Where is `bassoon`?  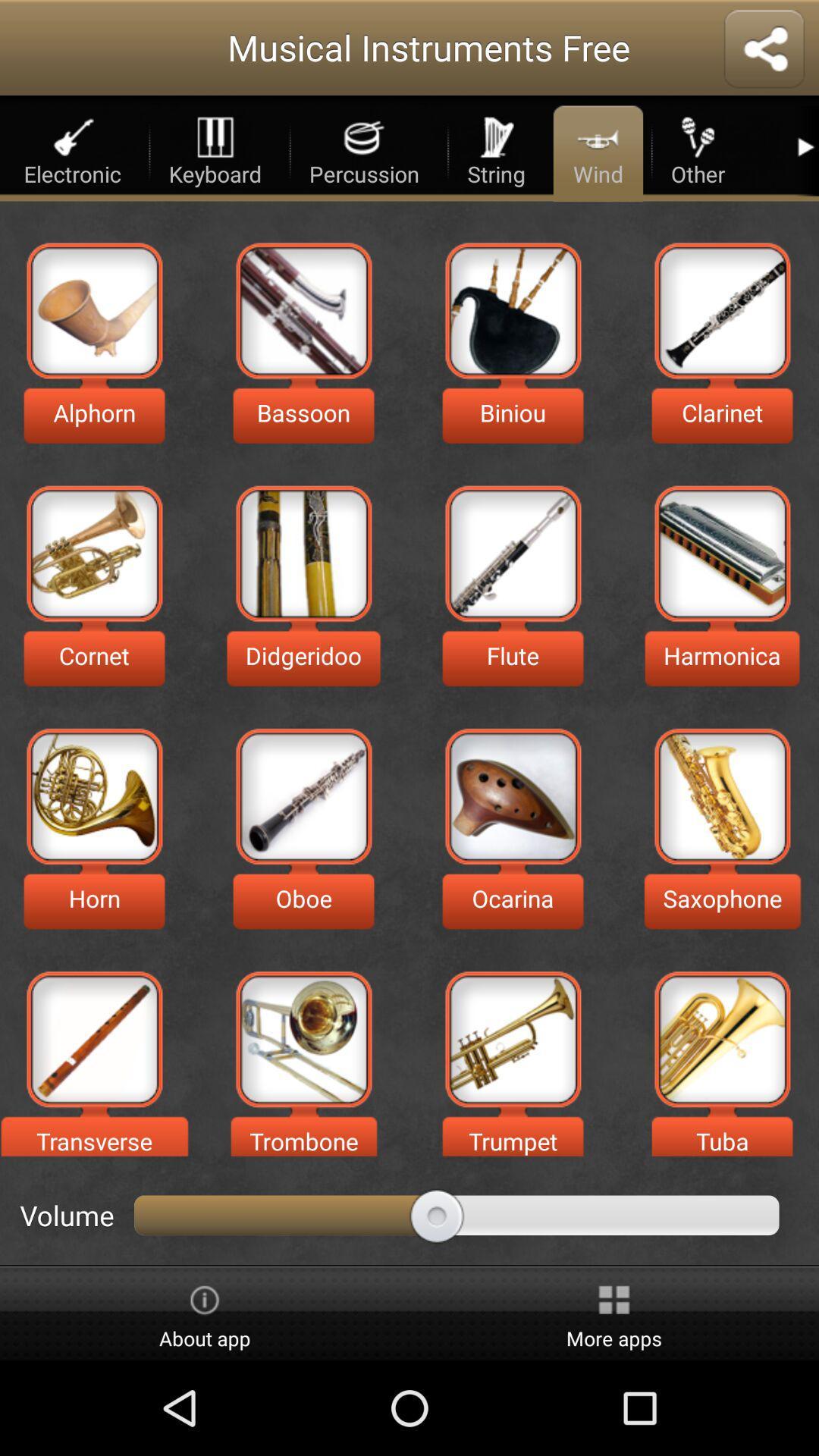 bassoon is located at coordinates (303, 309).